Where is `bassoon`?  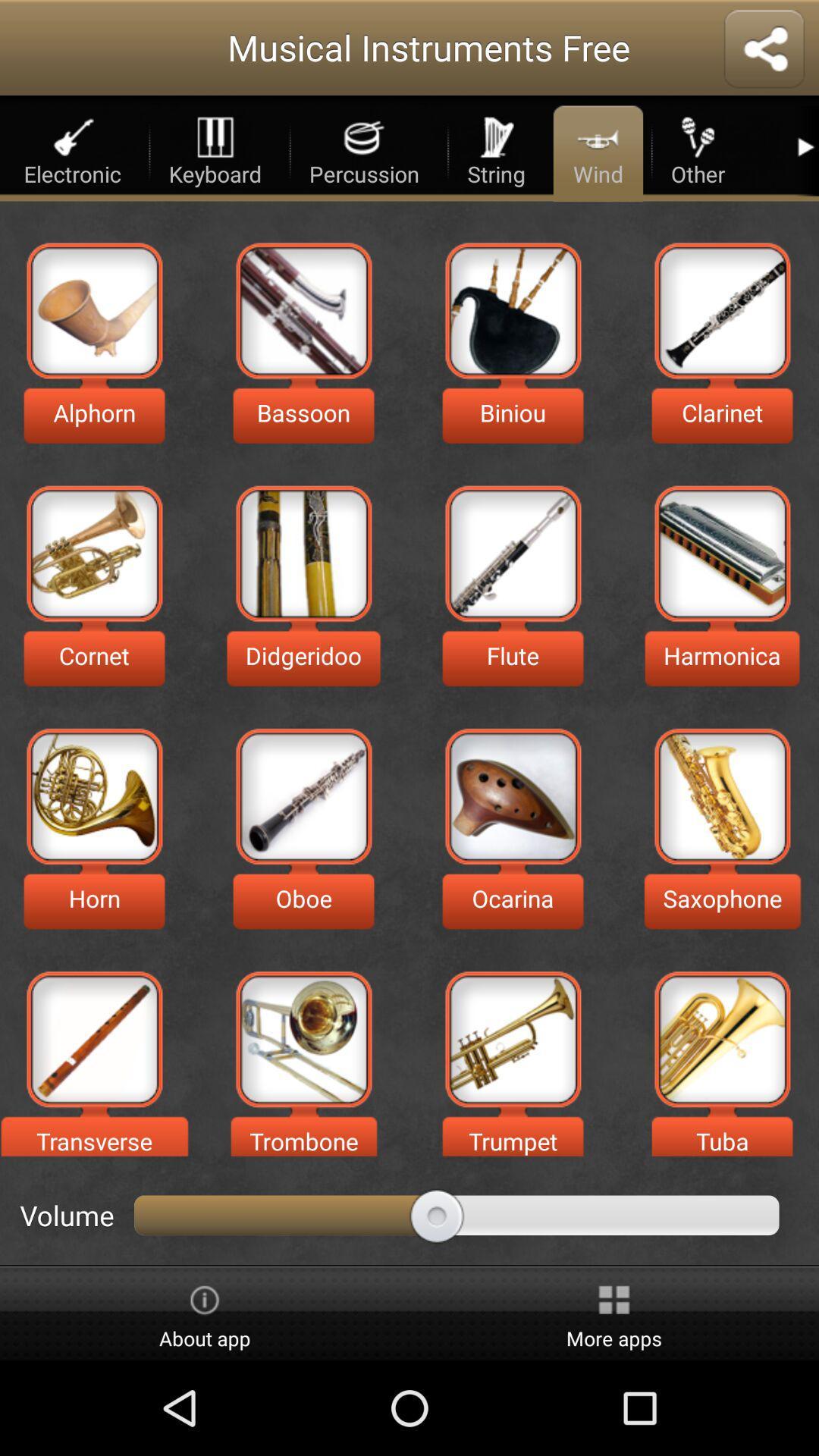 bassoon is located at coordinates (303, 309).